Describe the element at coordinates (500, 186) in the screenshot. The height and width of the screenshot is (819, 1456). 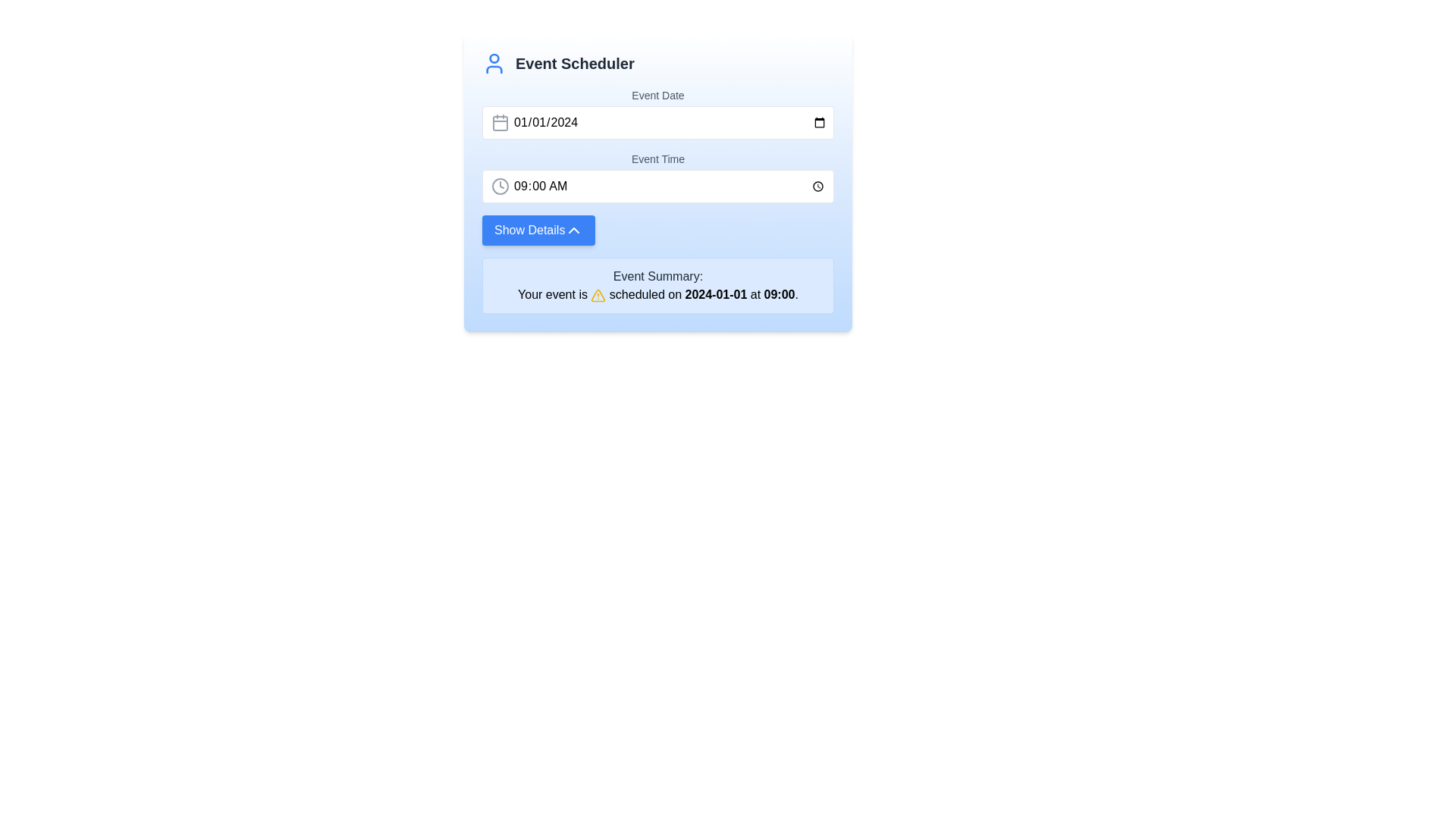
I see `the circular graphical element that represents the clock icon, which is located to the left of the 'Event Time' text field` at that location.